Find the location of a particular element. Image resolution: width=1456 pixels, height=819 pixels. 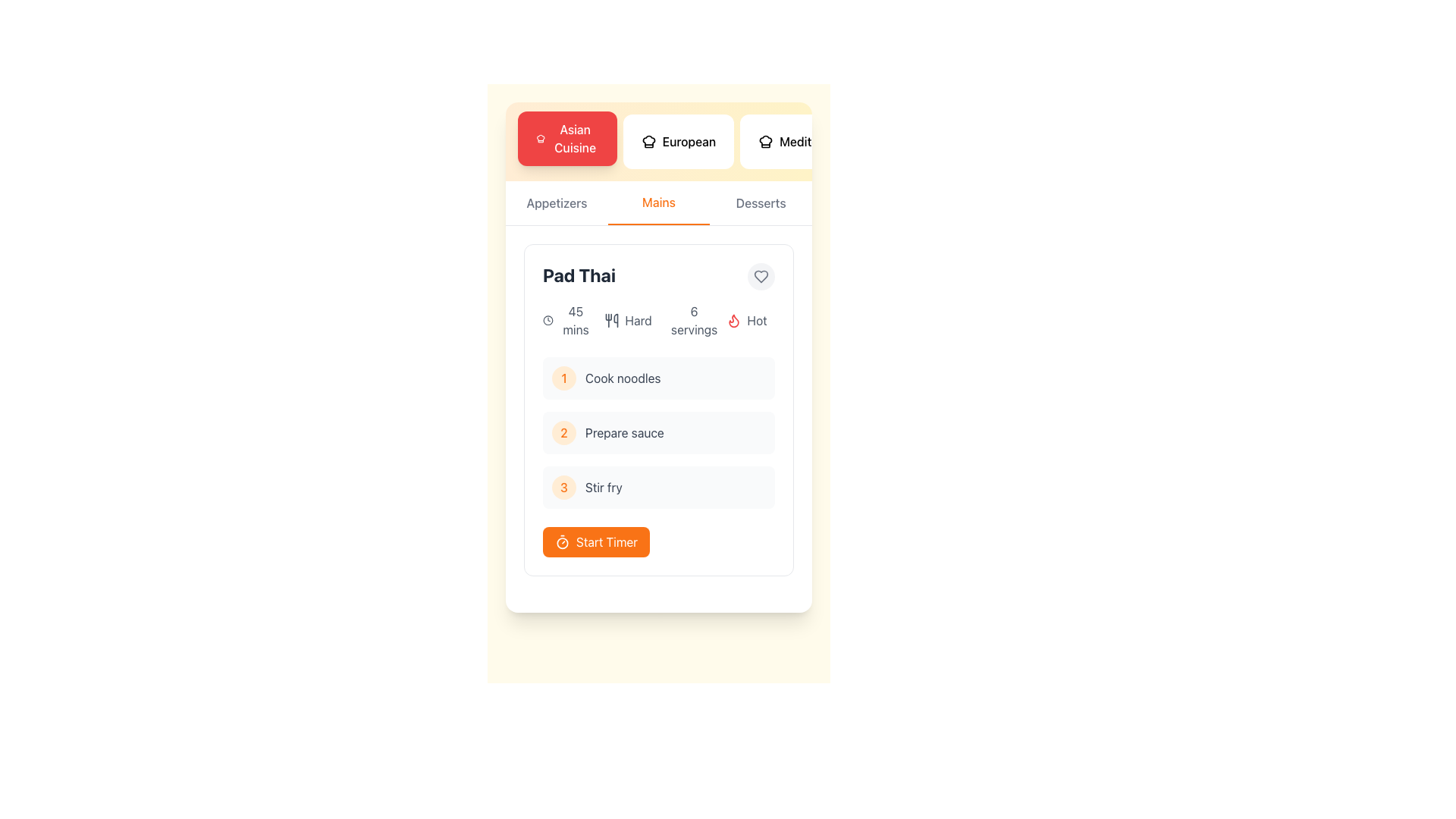

the chef hat icon within the 'European' button in the horizontal menu at the upper part of the interface is located at coordinates (648, 141).